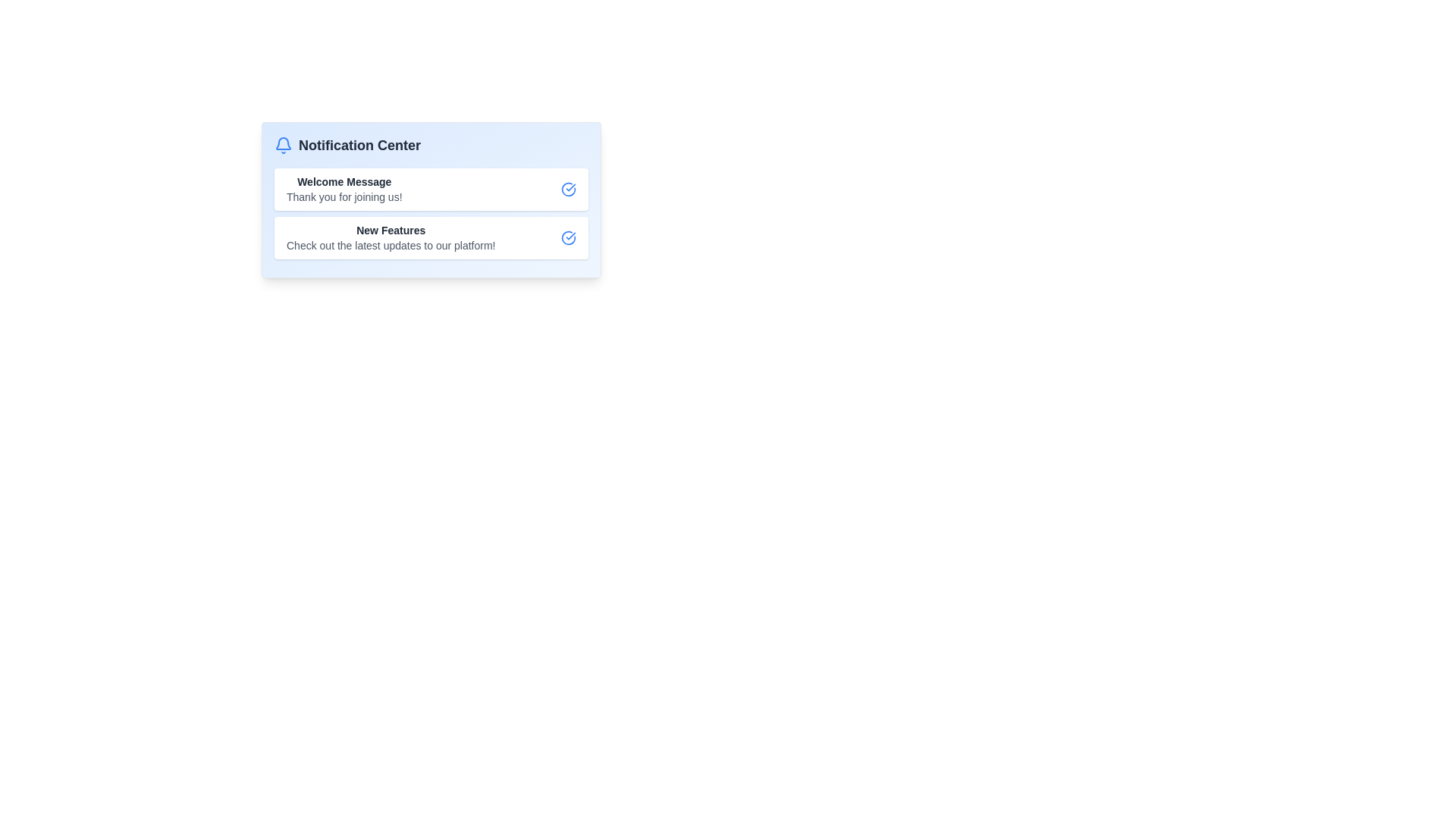  What do you see at coordinates (359, 146) in the screenshot?
I see `the text label displaying the title 'Notification Center', which is prominently positioned in the notification area with a light blue background` at bounding box center [359, 146].